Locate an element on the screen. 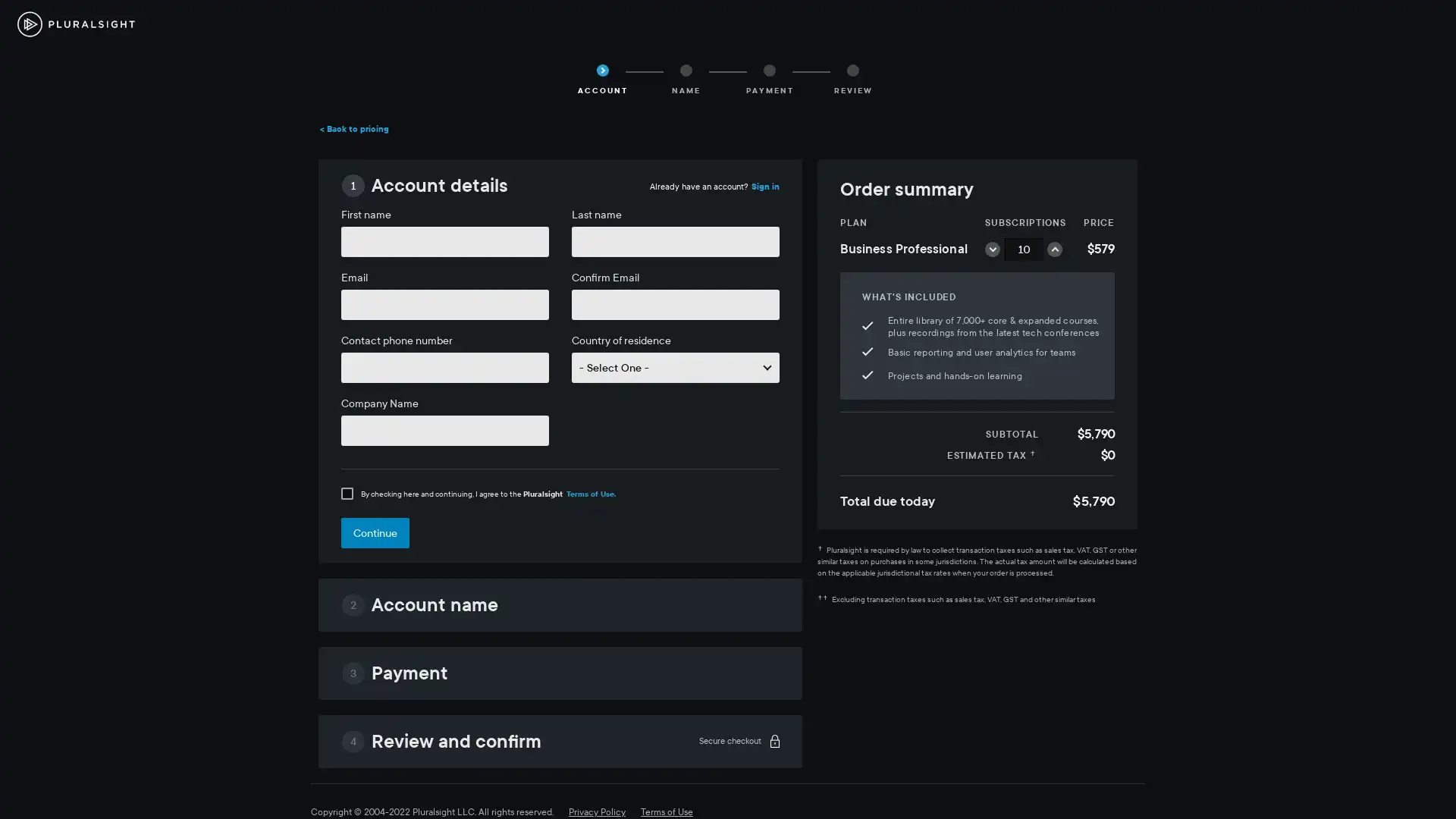  Continue is located at coordinates (375, 532).